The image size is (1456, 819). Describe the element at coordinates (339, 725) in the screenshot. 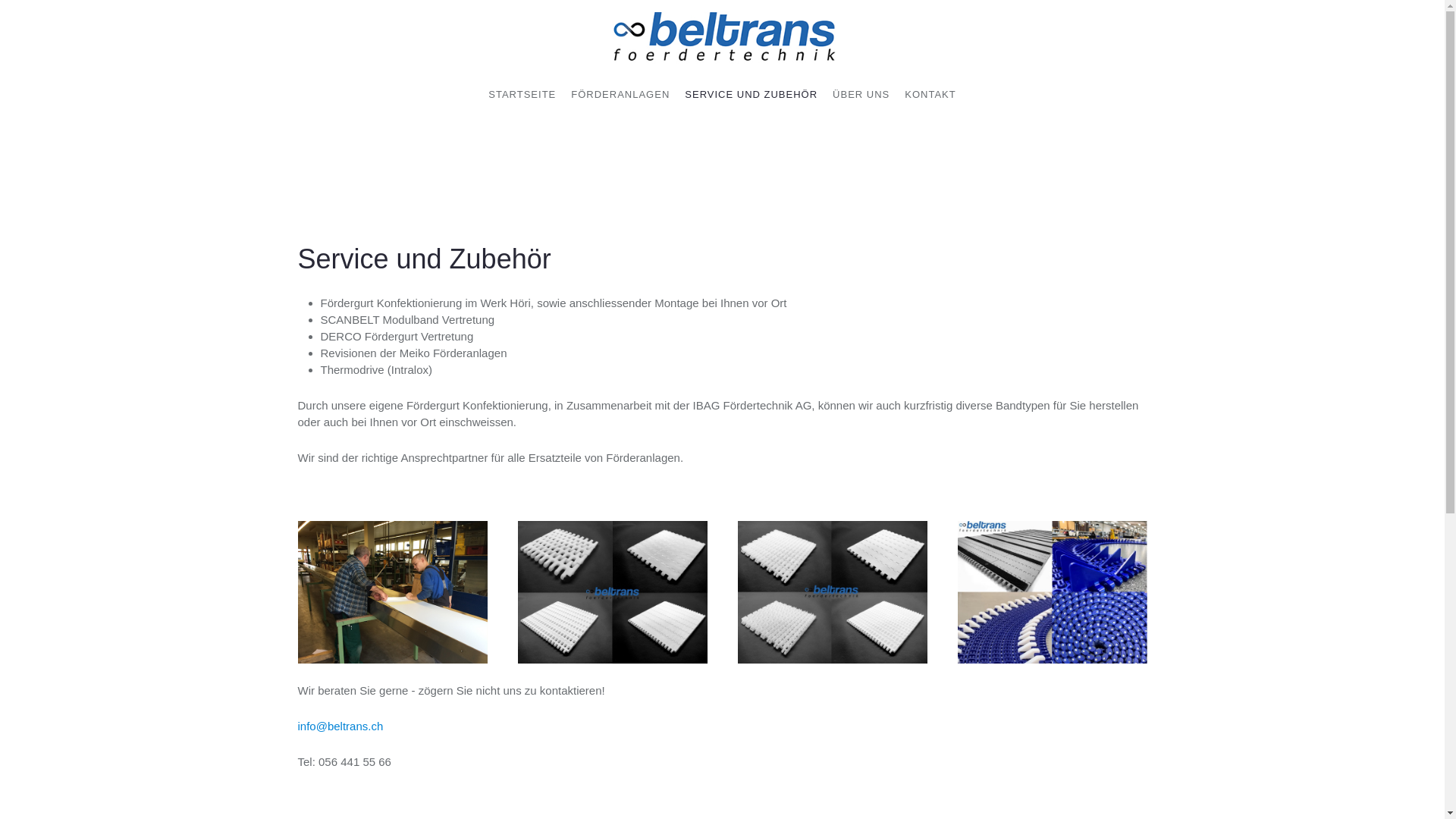

I see `'info@beltrans.ch'` at that location.